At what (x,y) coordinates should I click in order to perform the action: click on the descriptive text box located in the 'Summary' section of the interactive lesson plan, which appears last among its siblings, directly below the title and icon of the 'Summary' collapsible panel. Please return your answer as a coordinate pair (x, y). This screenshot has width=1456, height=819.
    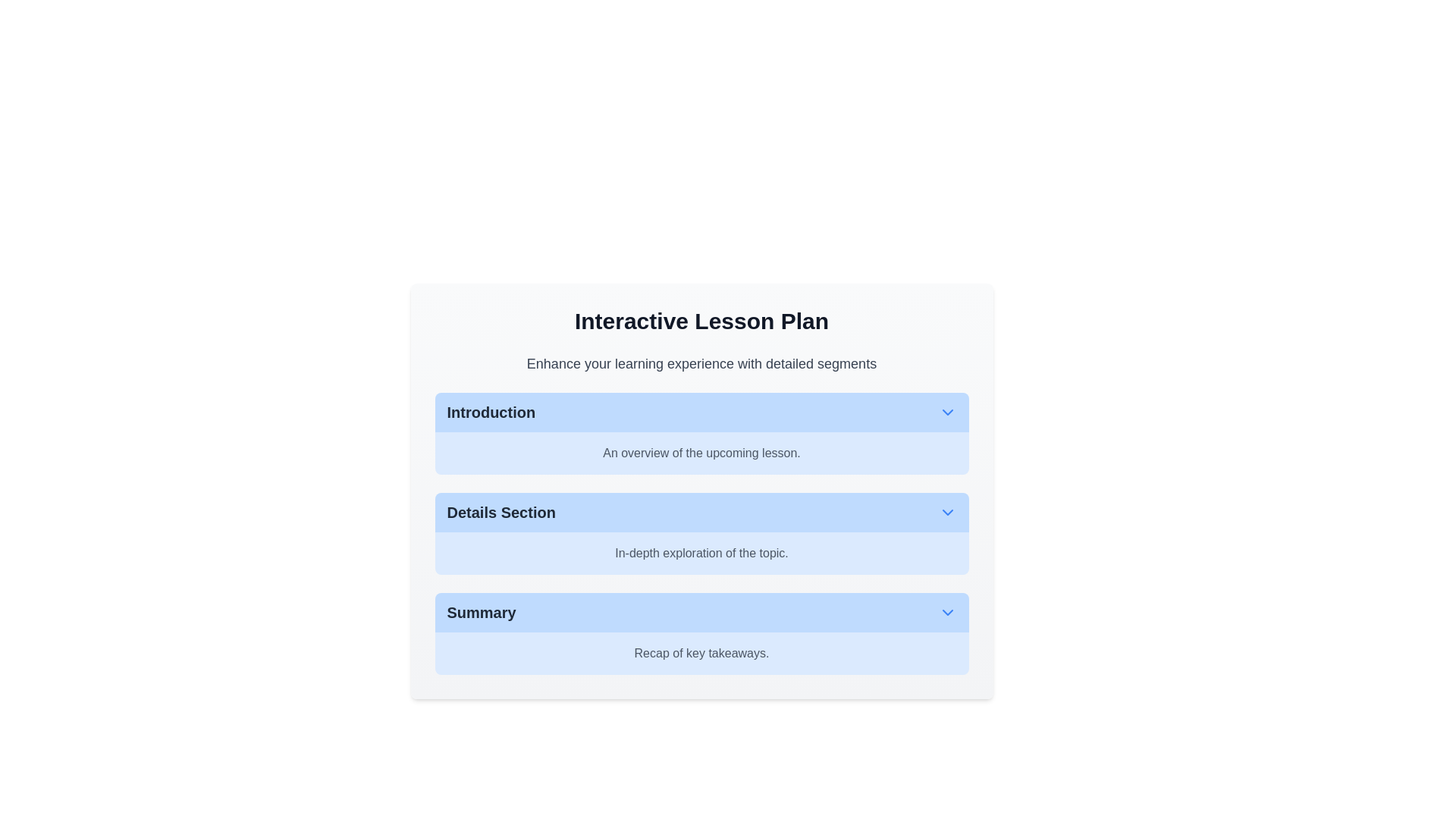
    Looking at the image, I should click on (701, 652).